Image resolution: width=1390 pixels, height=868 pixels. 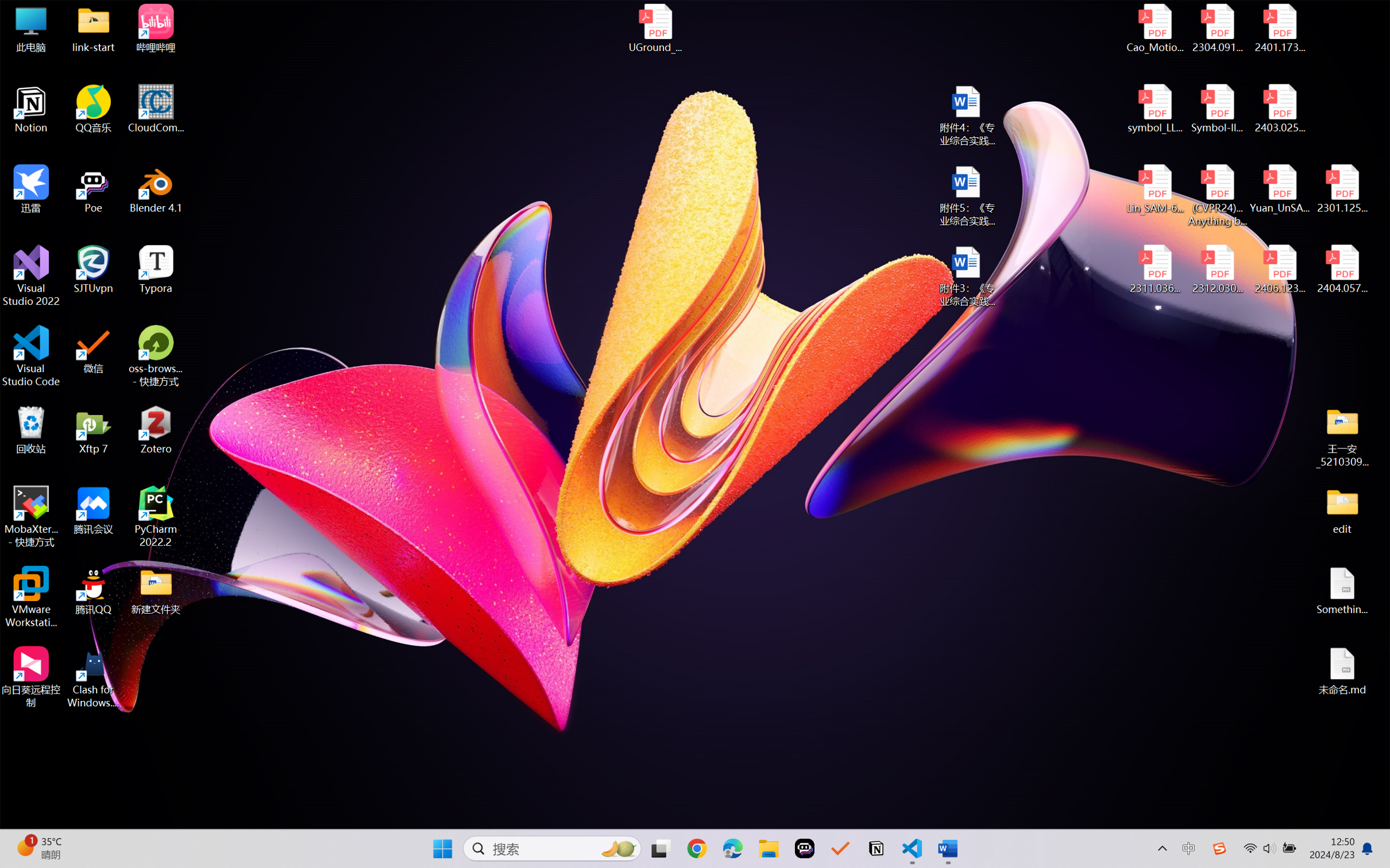 I want to click on 'CloudCompare', so click(x=156, y=109).